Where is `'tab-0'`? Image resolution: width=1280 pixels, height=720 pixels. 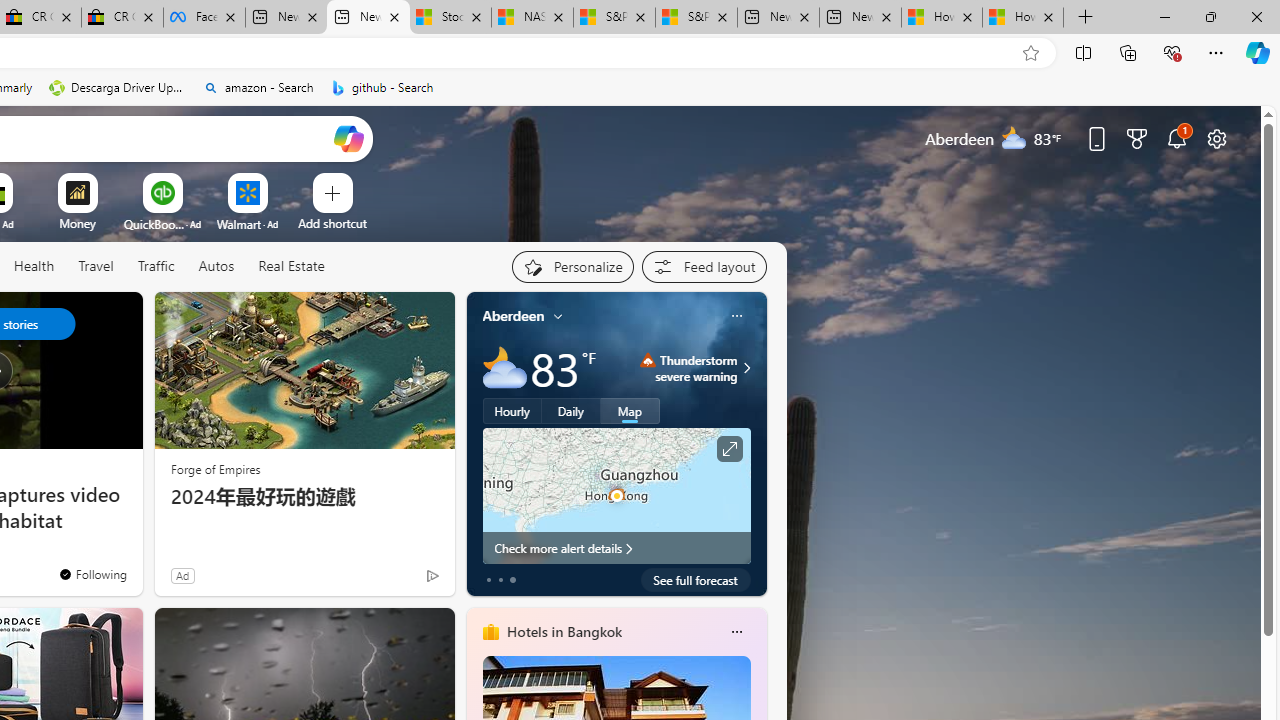 'tab-0' is located at coordinates (488, 579).